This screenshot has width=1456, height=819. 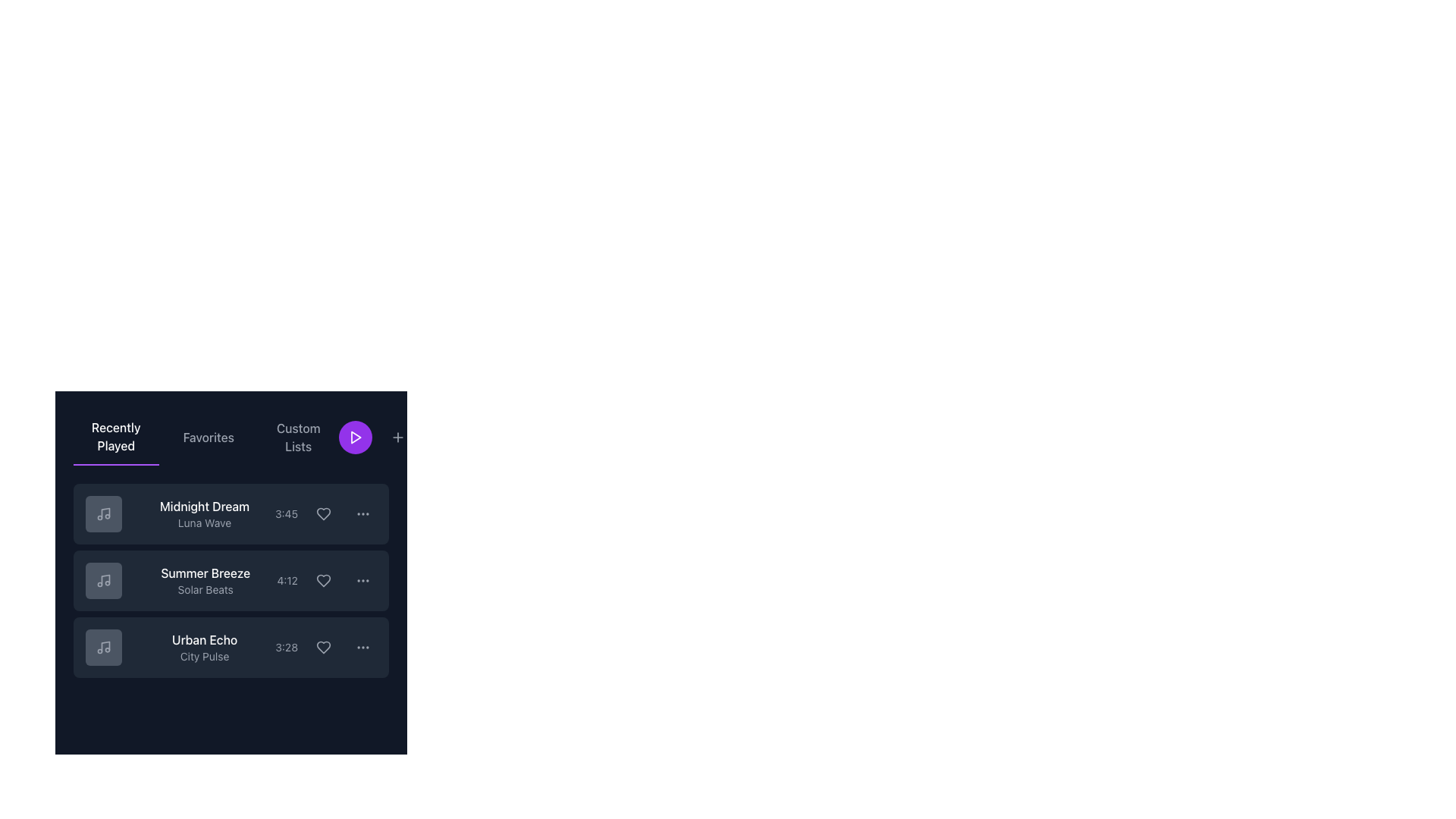 What do you see at coordinates (362, 647) in the screenshot?
I see `the ellipsis icon located to the far right of the 'Urban Echo' track entry` at bounding box center [362, 647].